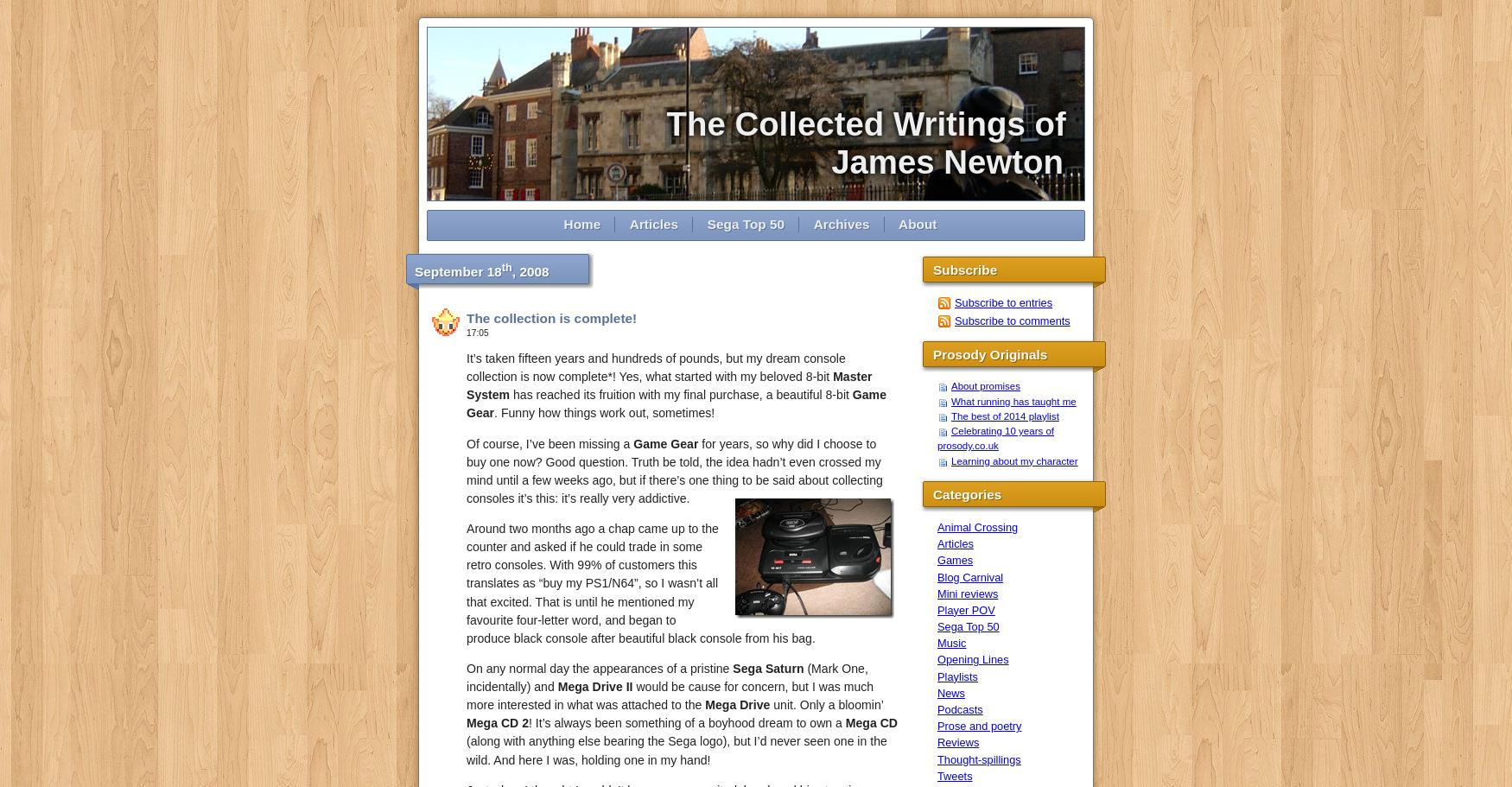  I want to click on 'The Collected Writings of', so click(874, 124).